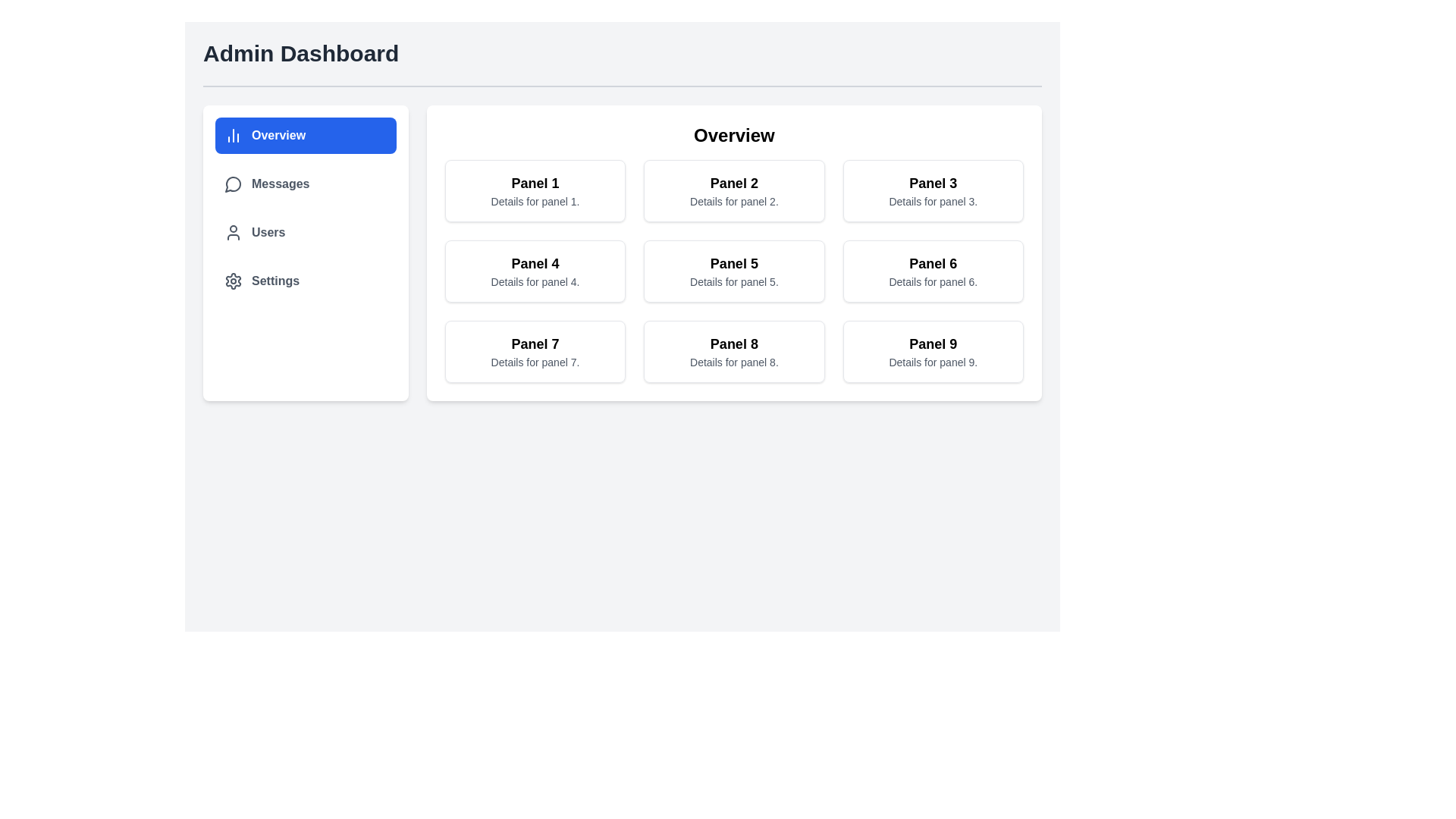  What do you see at coordinates (734, 201) in the screenshot?
I see `the text label displaying 'Details for panel 2', which is located beneath the 'Panel 2' title in the second column of the top row in a 3x3 grid layout` at bounding box center [734, 201].